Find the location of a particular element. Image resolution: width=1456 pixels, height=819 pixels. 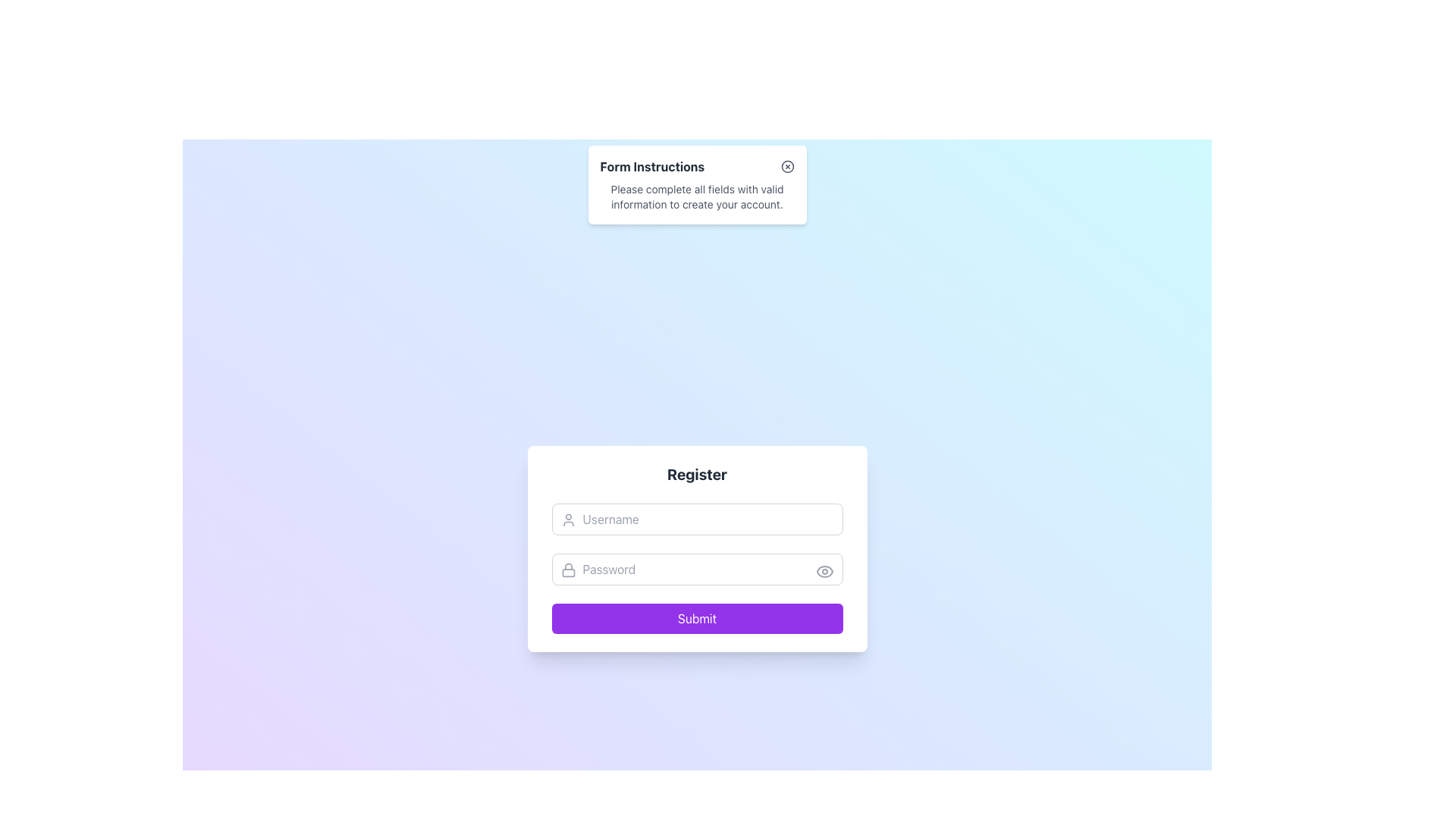

the bold text labeled 'Form Instructions' which is styled in dark gray color and provides guidance for a form is located at coordinates (652, 166).